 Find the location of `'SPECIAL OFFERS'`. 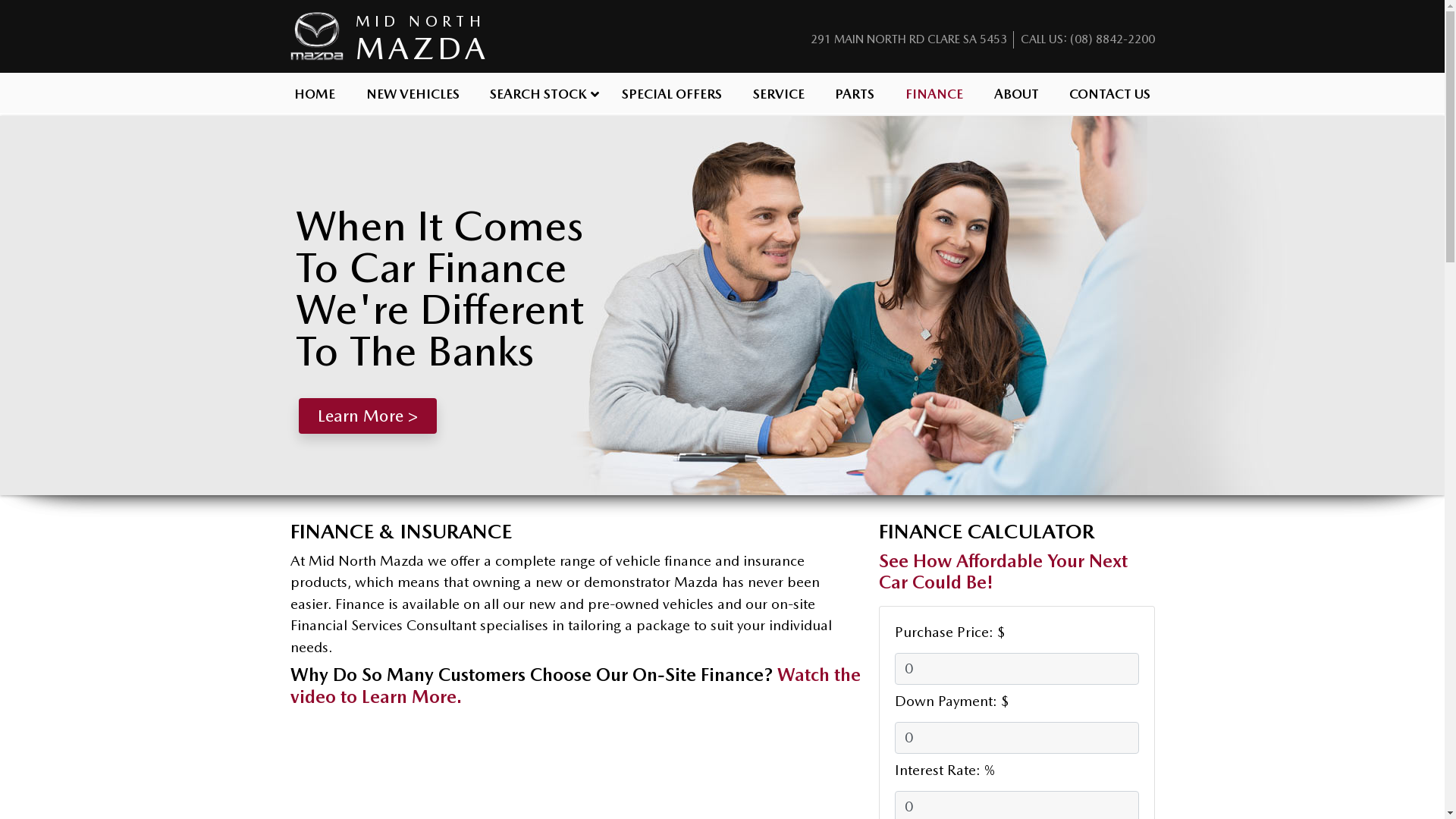

'SPECIAL OFFERS' is located at coordinates (671, 93).